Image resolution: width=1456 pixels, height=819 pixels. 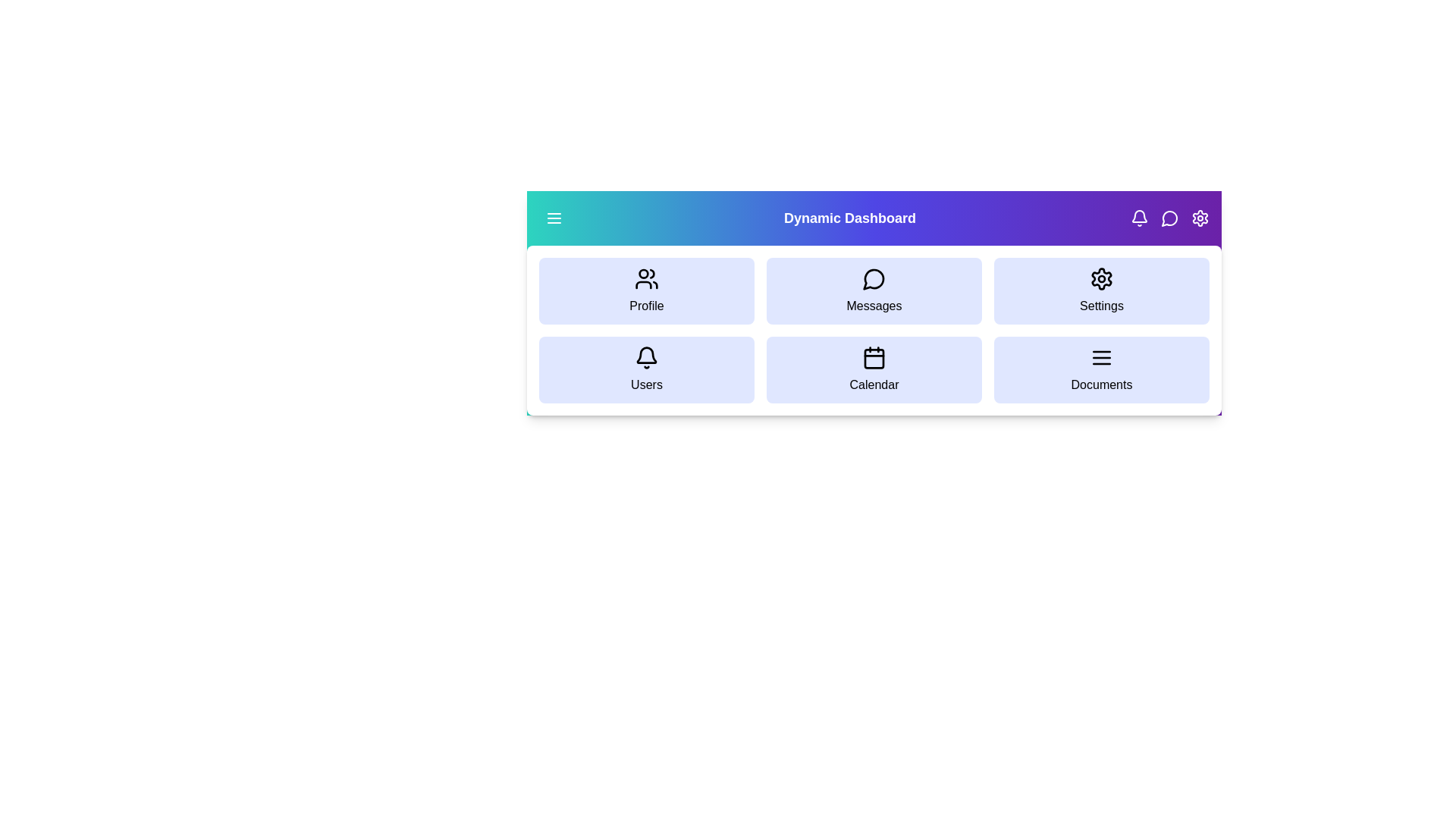 I want to click on the title text 'Dynamic Dashboard' to view and read it, so click(x=850, y=218).